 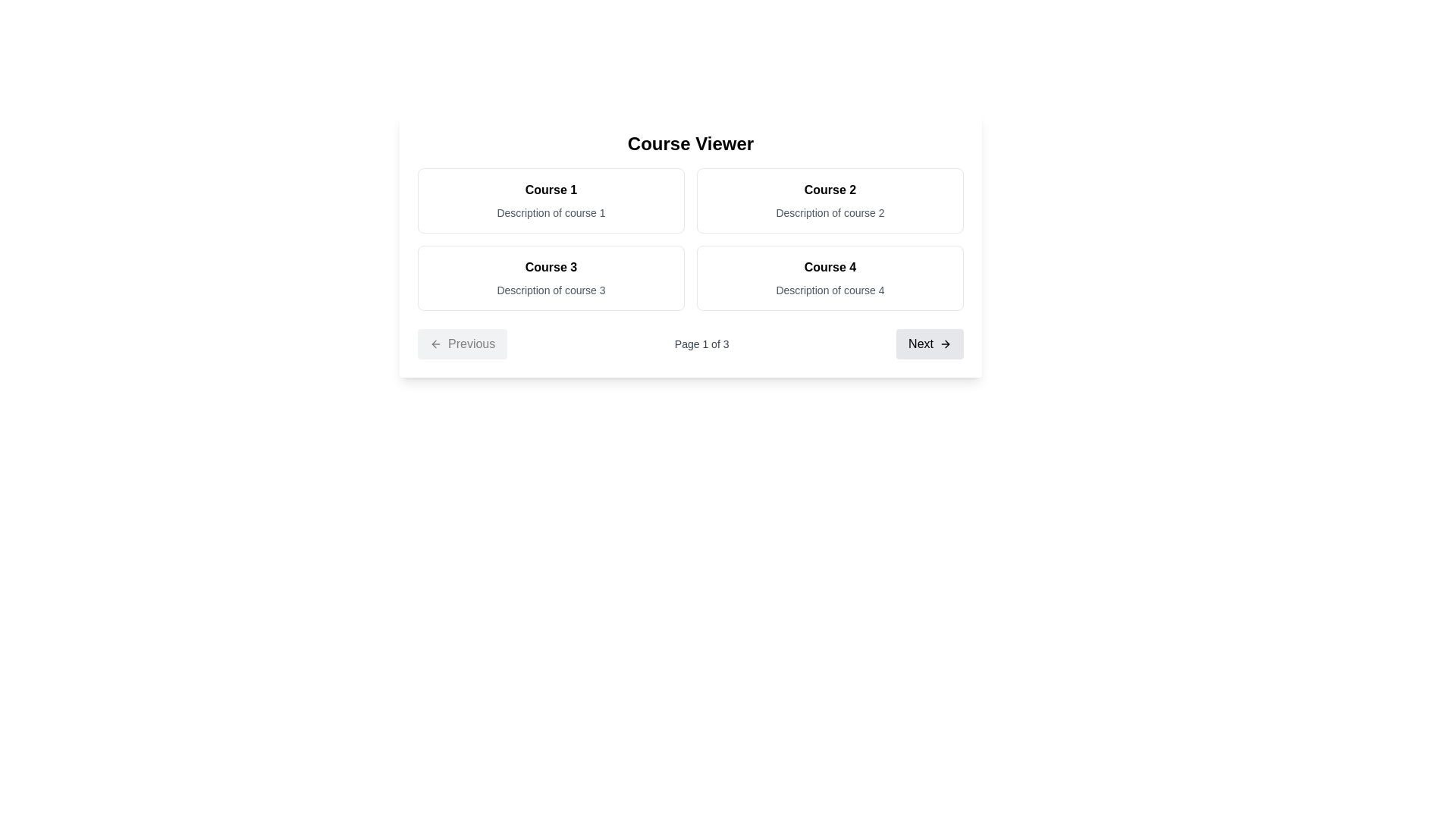 What do you see at coordinates (946, 344) in the screenshot?
I see `the 'Next' button which includes a right arrow SVG graphic next to the text 'Next' located at the bottom right of the interface` at bounding box center [946, 344].